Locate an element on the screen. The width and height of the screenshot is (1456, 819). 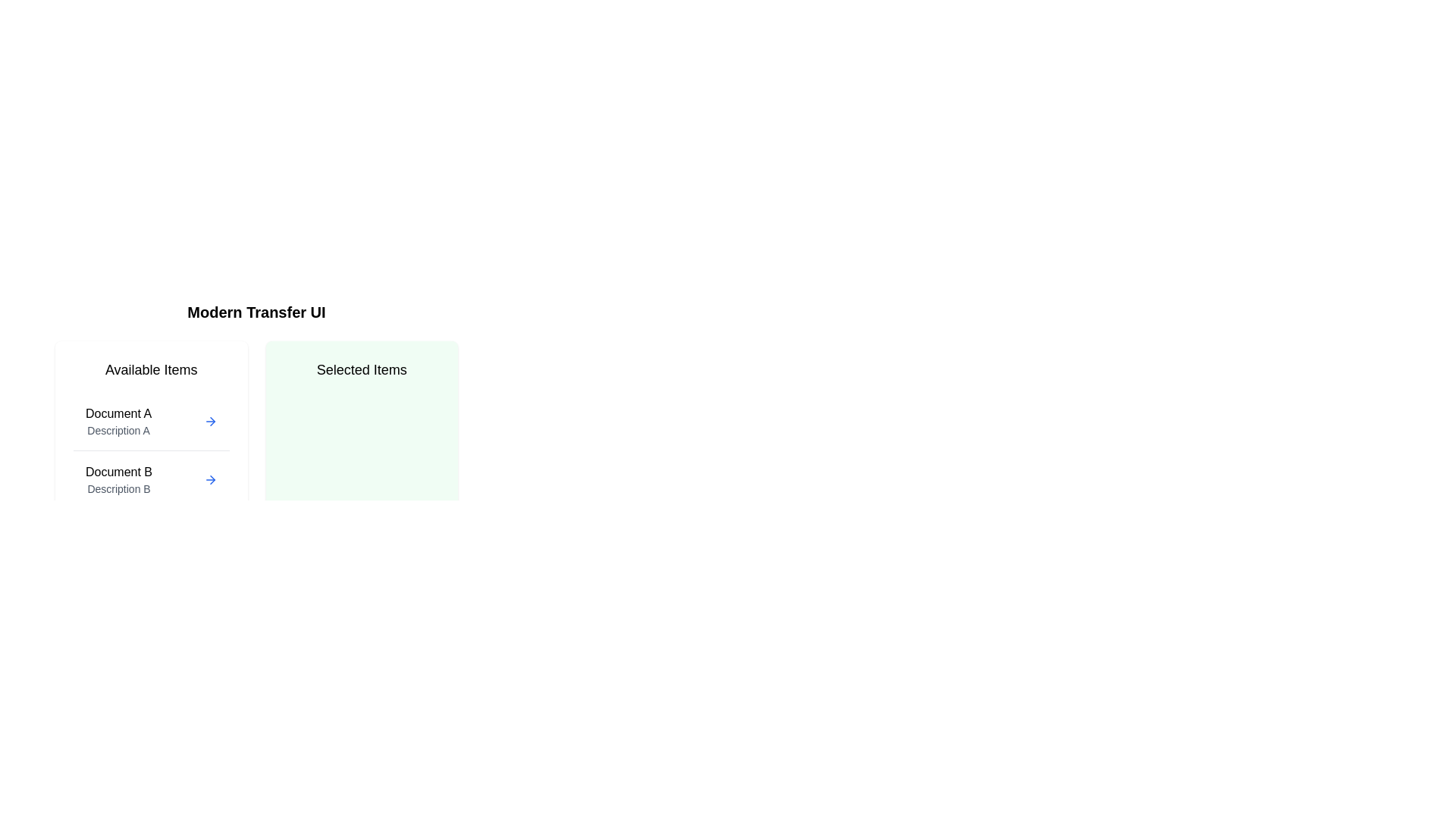
the first entry in the 'Available Items' list is located at coordinates (151, 422).